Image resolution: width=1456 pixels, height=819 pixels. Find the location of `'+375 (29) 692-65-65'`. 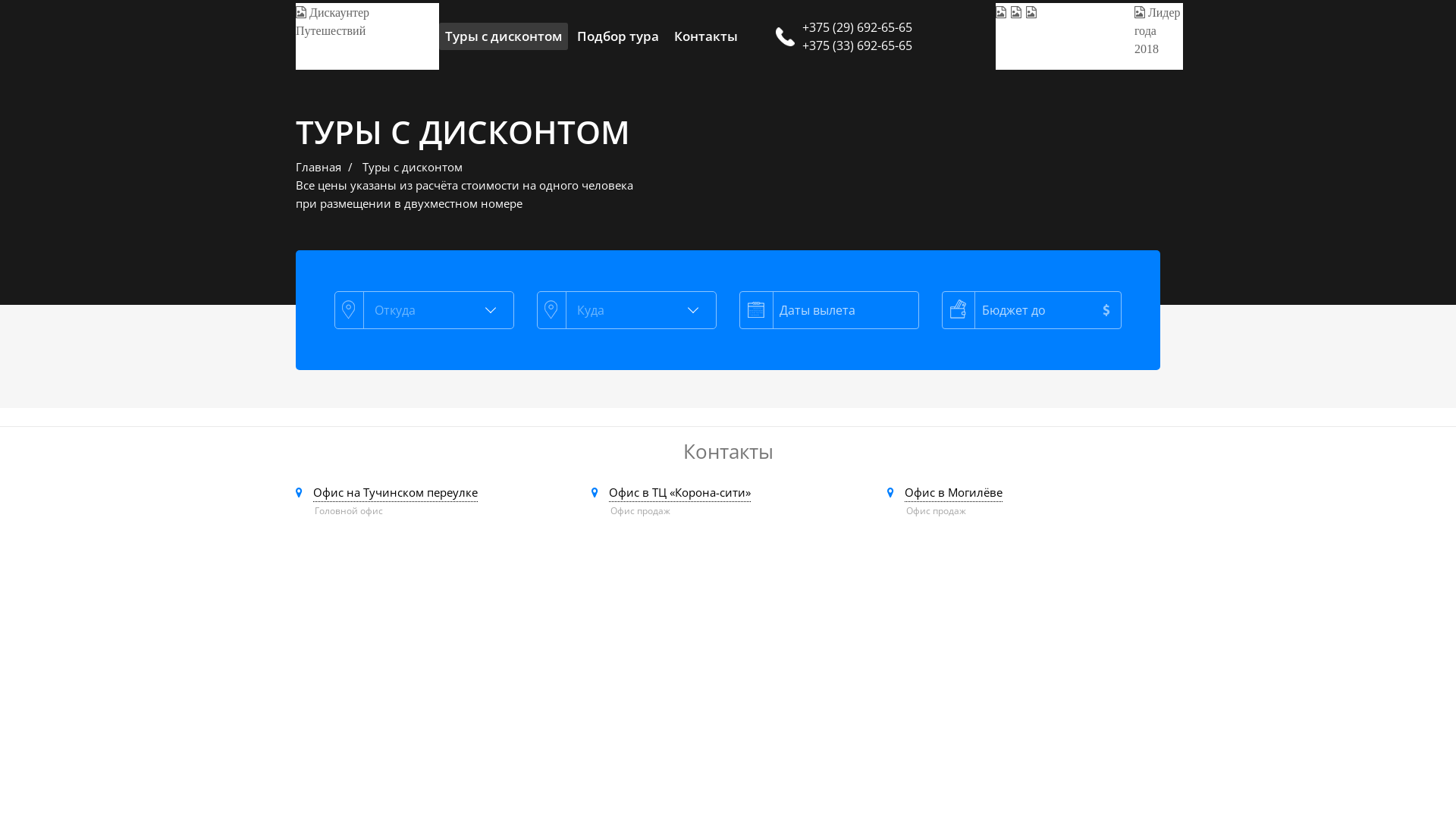

'+375 (29) 692-65-65' is located at coordinates (893, 27).